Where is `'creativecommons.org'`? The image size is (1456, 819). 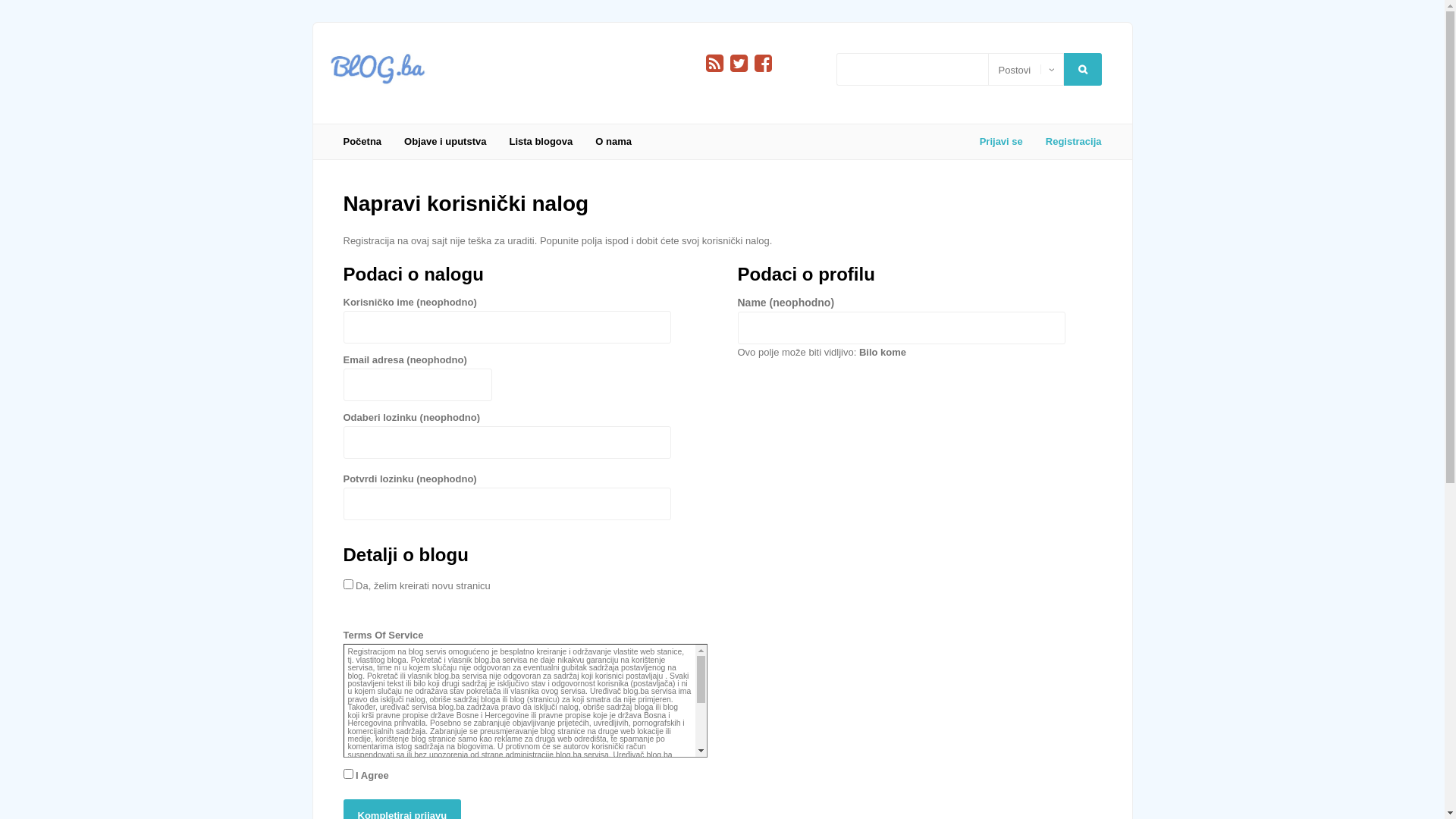 'creativecommons.org' is located at coordinates (384, 793).